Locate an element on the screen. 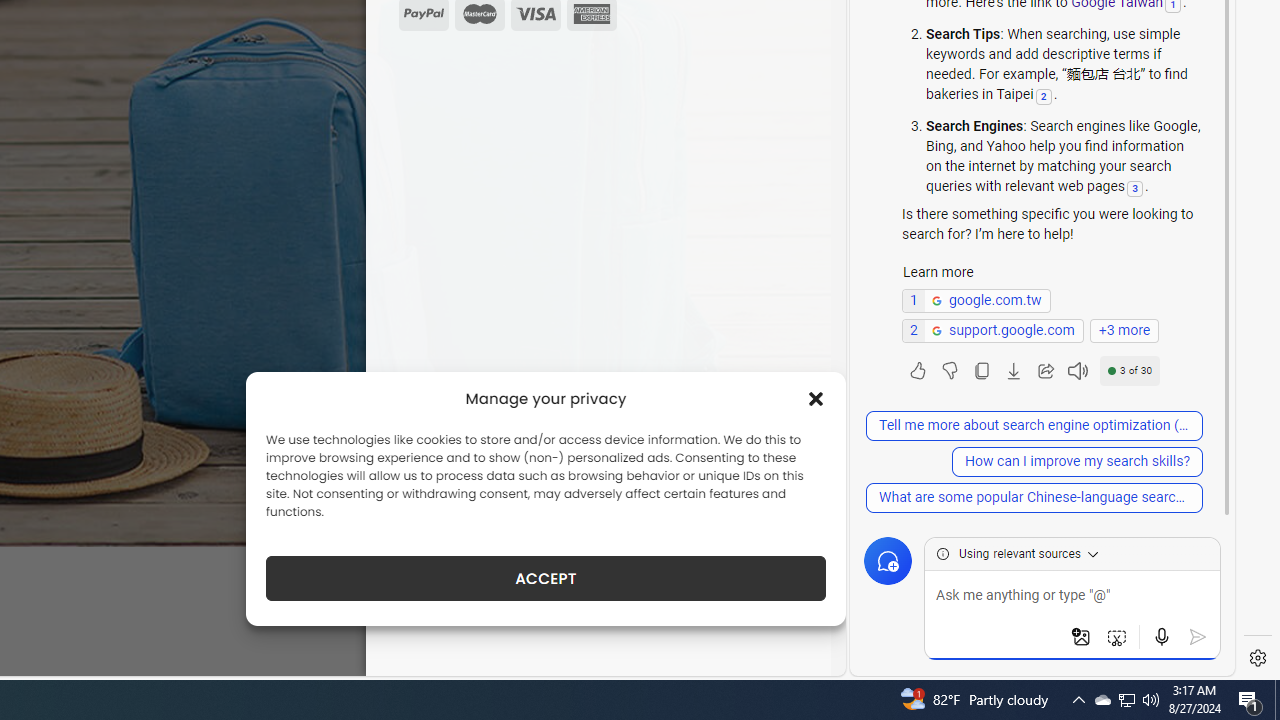 The height and width of the screenshot is (720, 1280). 'Class: cmplz-close' is located at coordinates (816, 398).